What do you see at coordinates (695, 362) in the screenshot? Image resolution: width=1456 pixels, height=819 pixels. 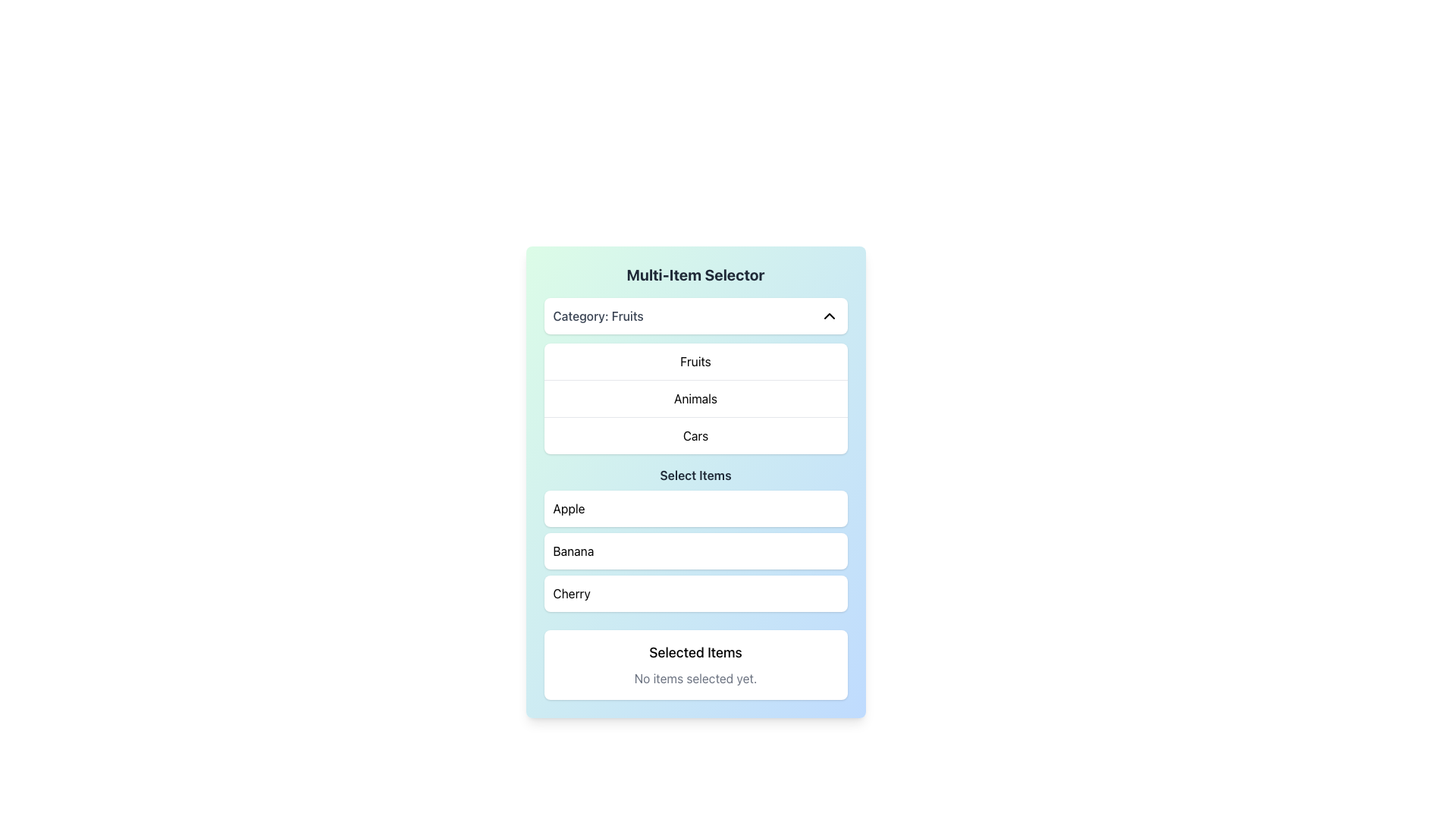 I see `the topmost category label button that represents 'Fruits'` at bounding box center [695, 362].